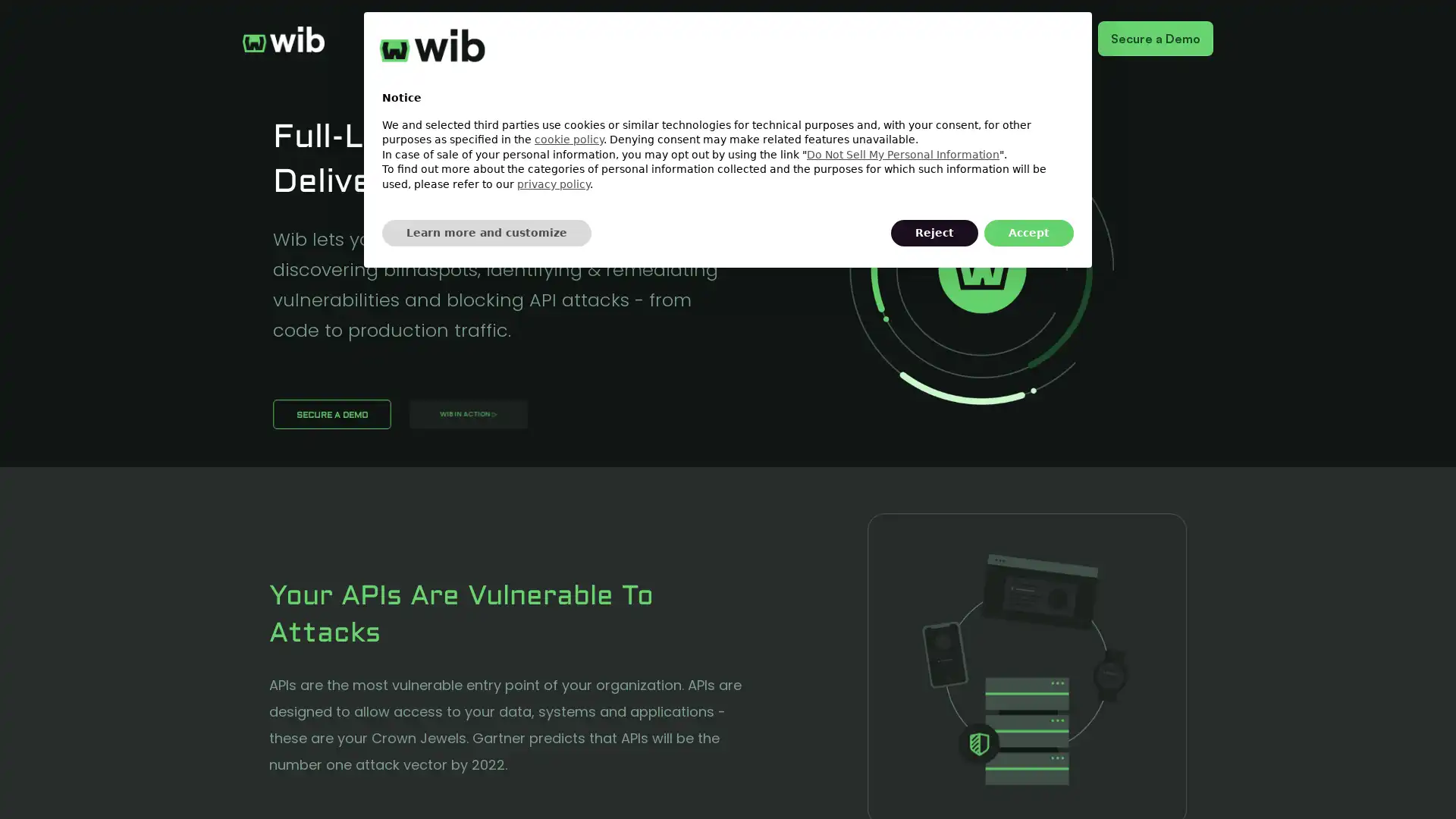  I want to click on Accept, so click(1029, 233).